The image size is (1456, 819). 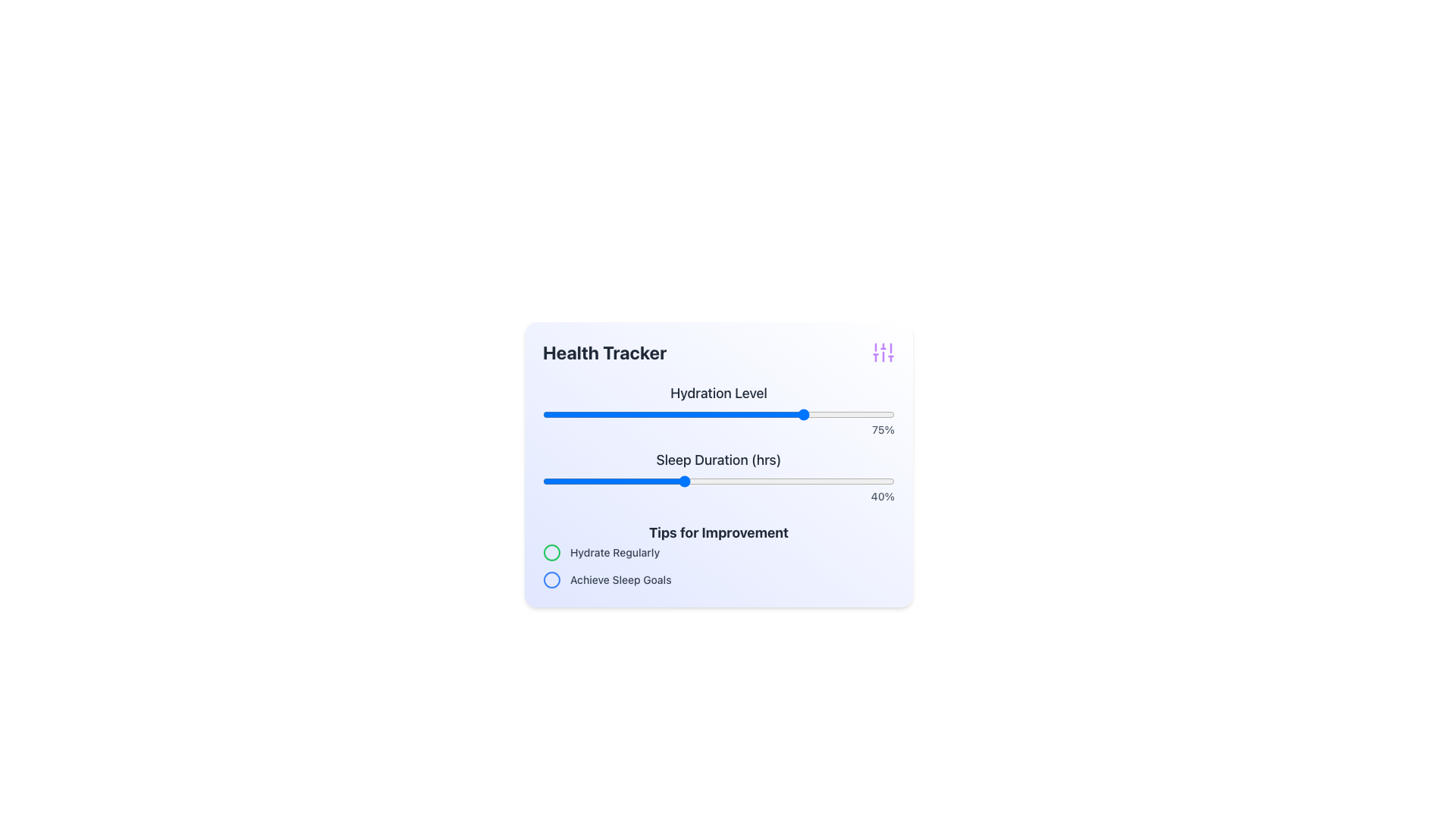 I want to click on the circular icon with a blue border representing a status indicator, located next to the text 'Achieve Sleep Goals' in the 'Health Tracker' interface, so click(x=551, y=579).